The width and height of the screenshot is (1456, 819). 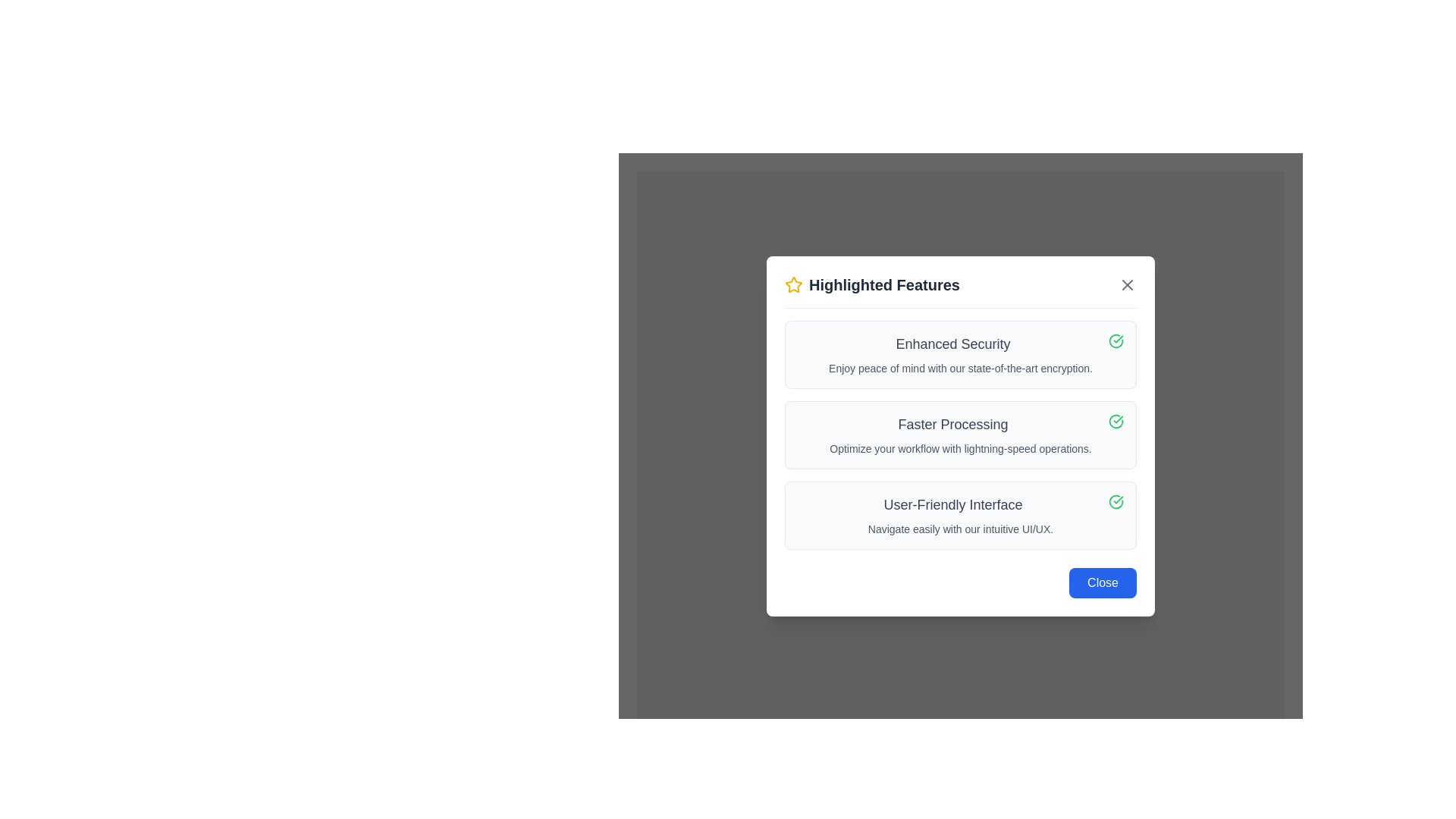 What do you see at coordinates (960, 435) in the screenshot?
I see `the informative card titled 'Faster Processing', which is the second item in a vertical list within a modal dialog, containing a green checkmark icon and a description text` at bounding box center [960, 435].